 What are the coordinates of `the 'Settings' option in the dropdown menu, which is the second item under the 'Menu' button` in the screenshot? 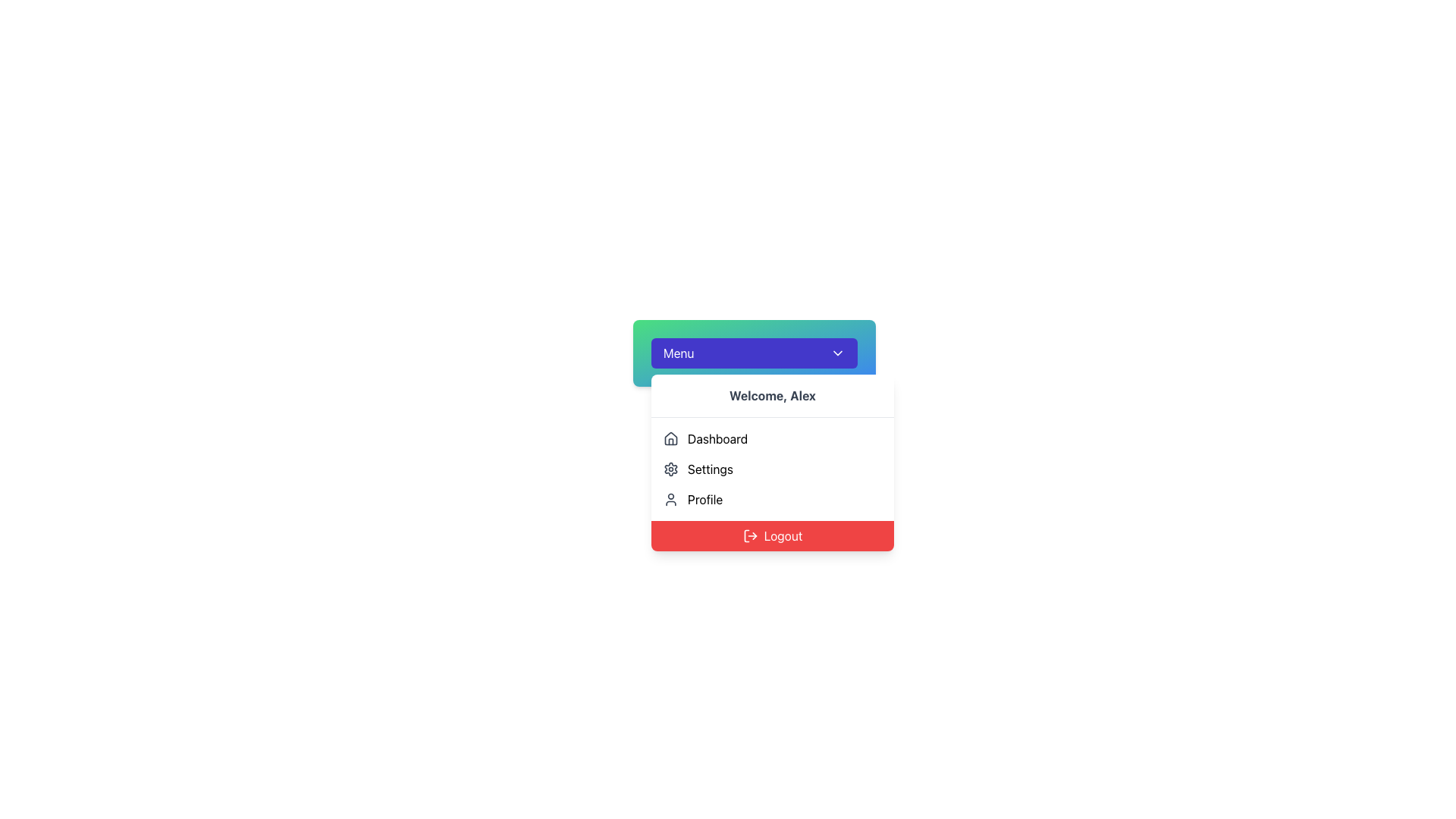 It's located at (772, 461).